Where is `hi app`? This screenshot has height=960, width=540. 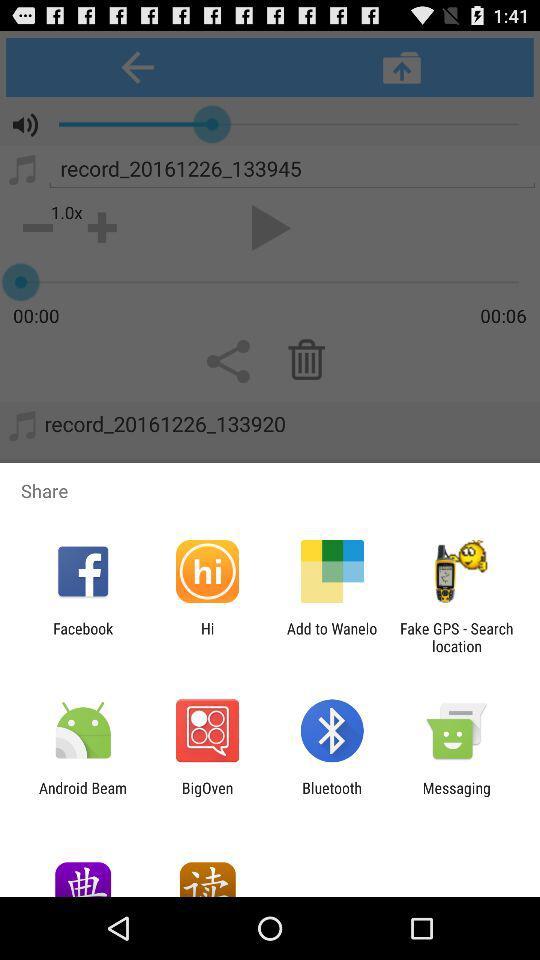
hi app is located at coordinates (206, 636).